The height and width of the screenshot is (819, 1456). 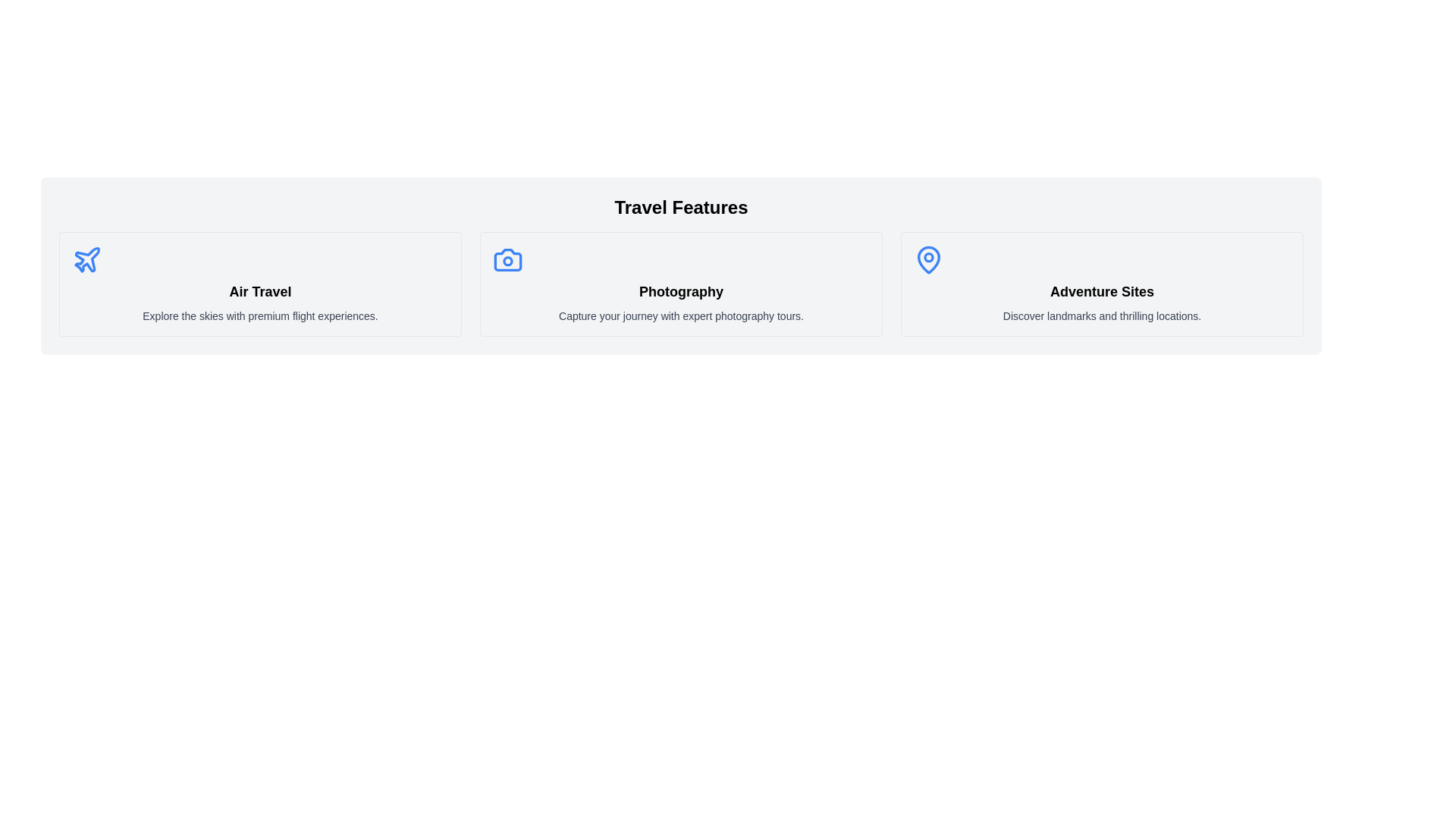 What do you see at coordinates (927, 259) in the screenshot?
I see `the decorative icon symbolizing location or mapping in the third card of a horizontally aligned row` at bounding box center [927, 259].